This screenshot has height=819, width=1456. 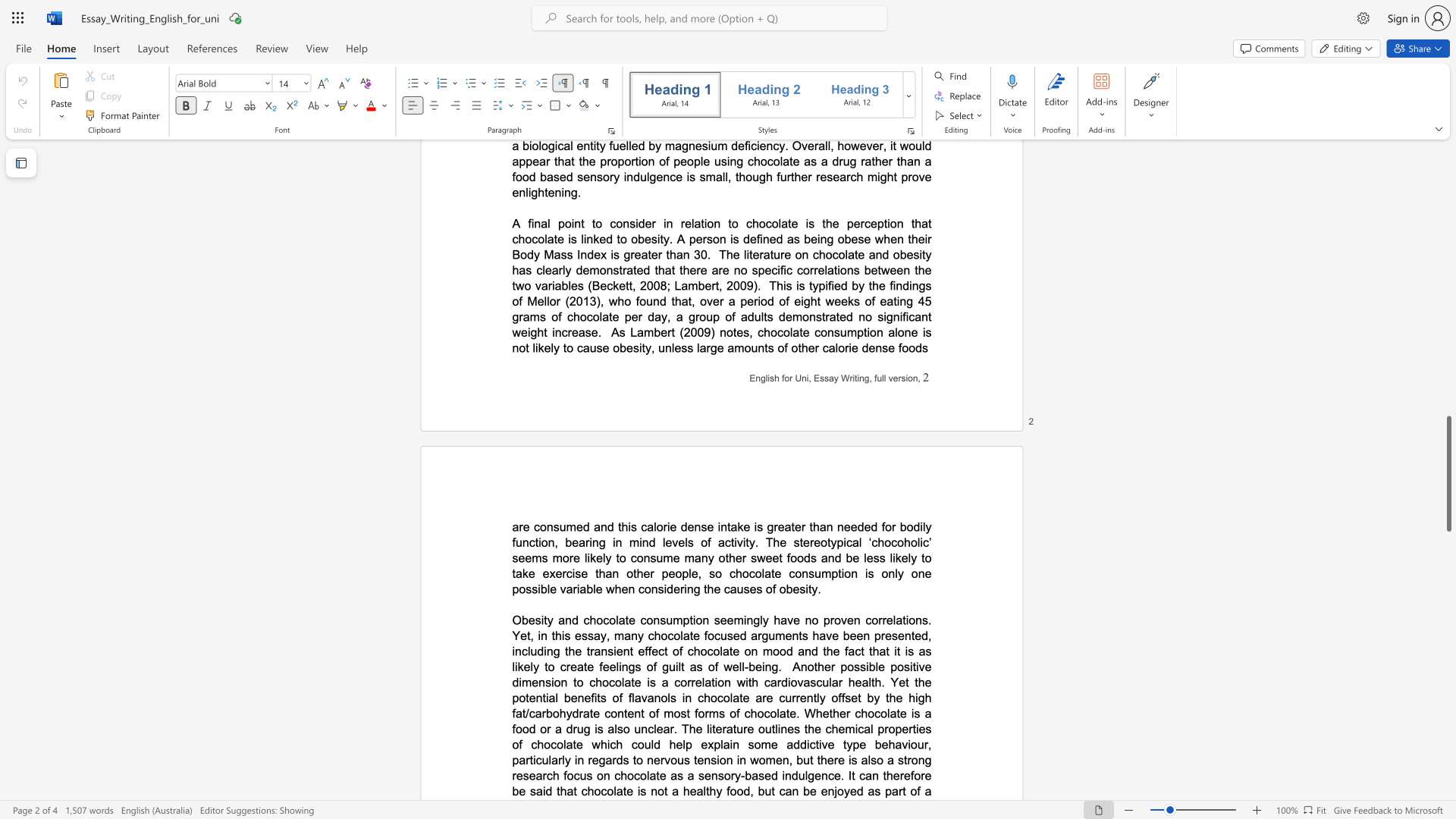 What do you see at coordinates (1448, 303) in the screenshot?
I see `the scrollbar to scroll upward` at bounding box center [1448, 303].